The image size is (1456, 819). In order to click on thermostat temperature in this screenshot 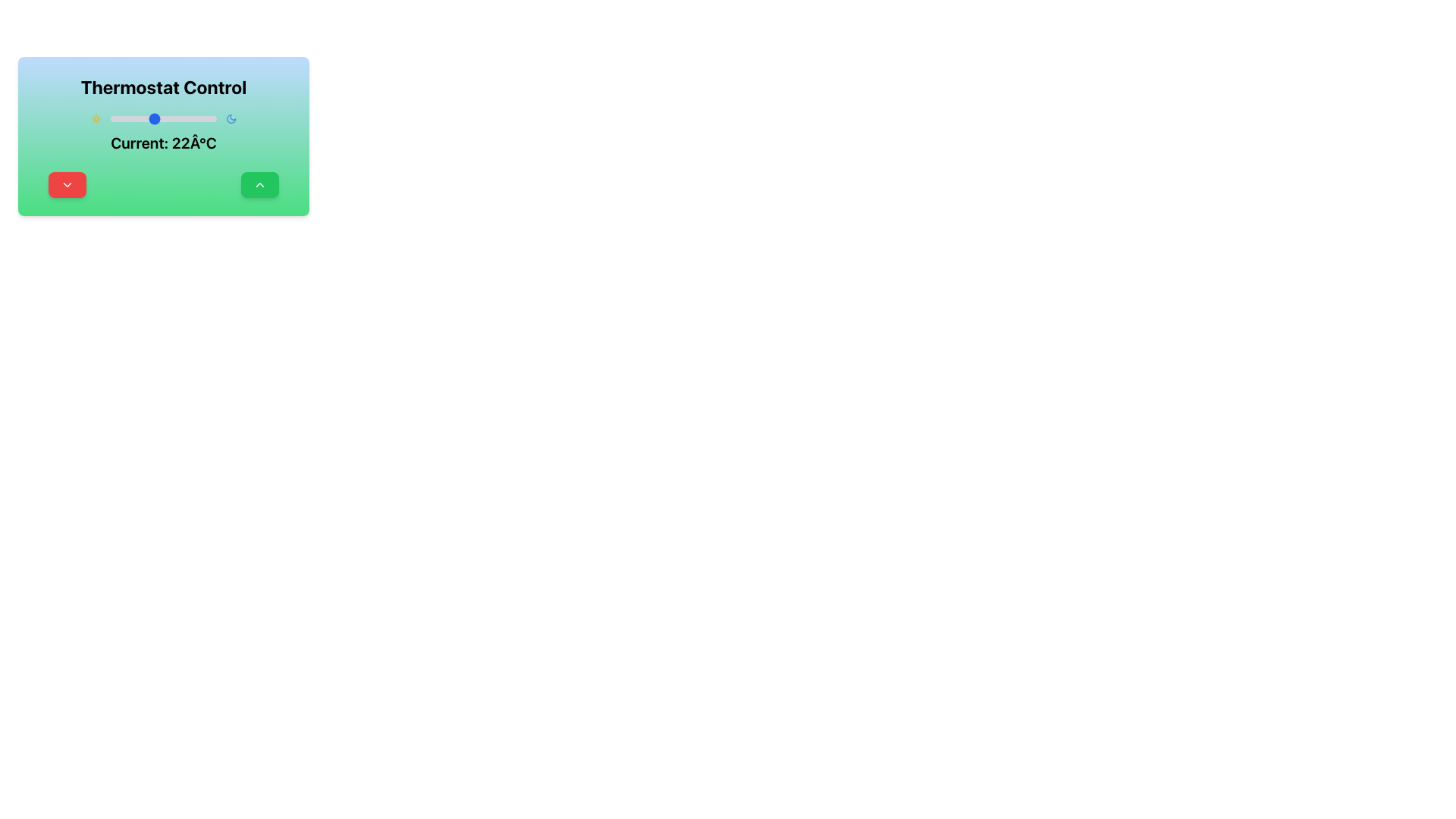, I will do `click(195, 118)`.